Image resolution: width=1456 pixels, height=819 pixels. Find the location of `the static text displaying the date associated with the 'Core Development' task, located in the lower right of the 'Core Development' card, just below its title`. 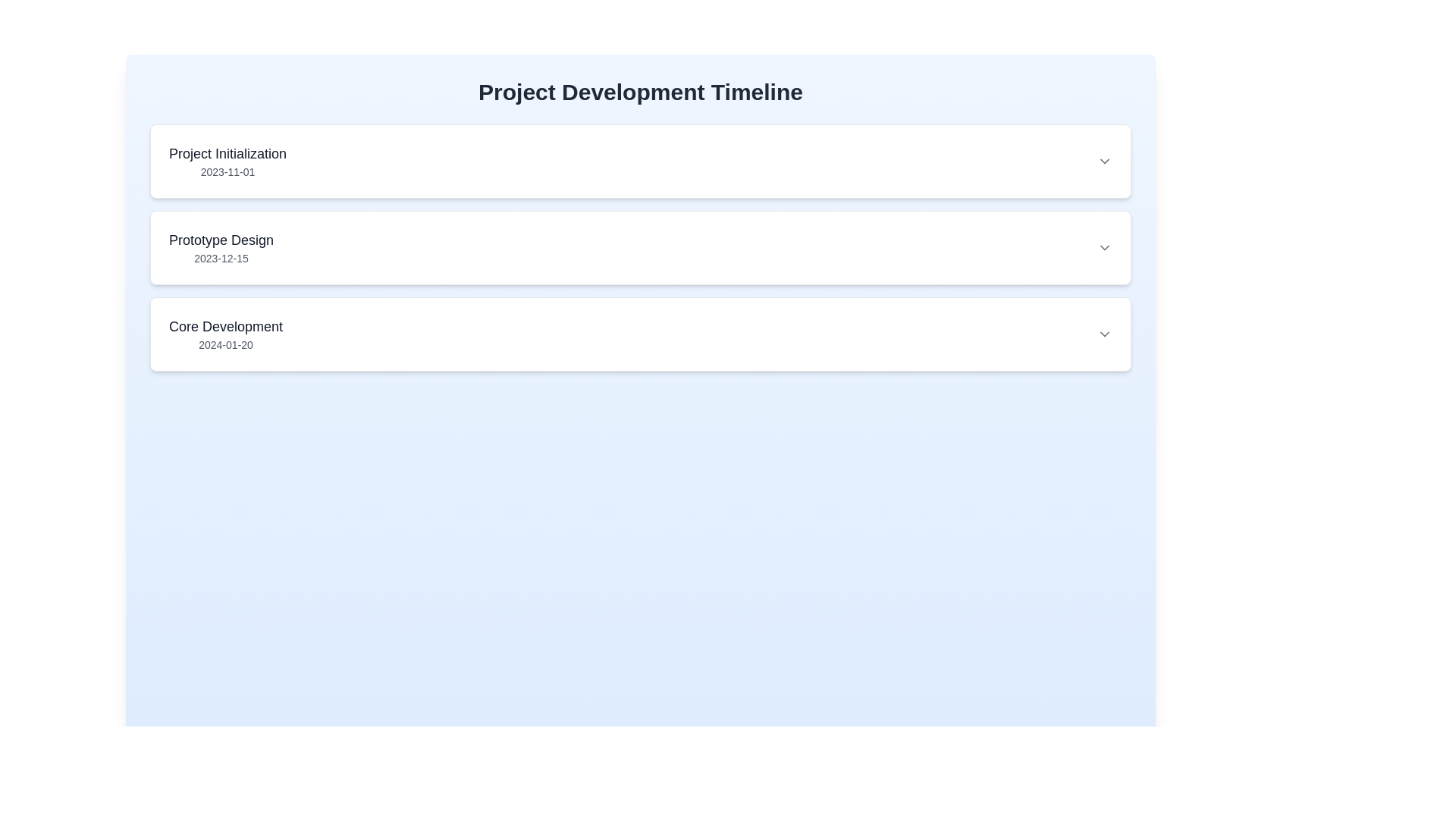

the static text displaying the date associated with the 'Core Development' task, located in the lower right of the 'Core Development' card, just below its title is located at coordinates (224, 345).